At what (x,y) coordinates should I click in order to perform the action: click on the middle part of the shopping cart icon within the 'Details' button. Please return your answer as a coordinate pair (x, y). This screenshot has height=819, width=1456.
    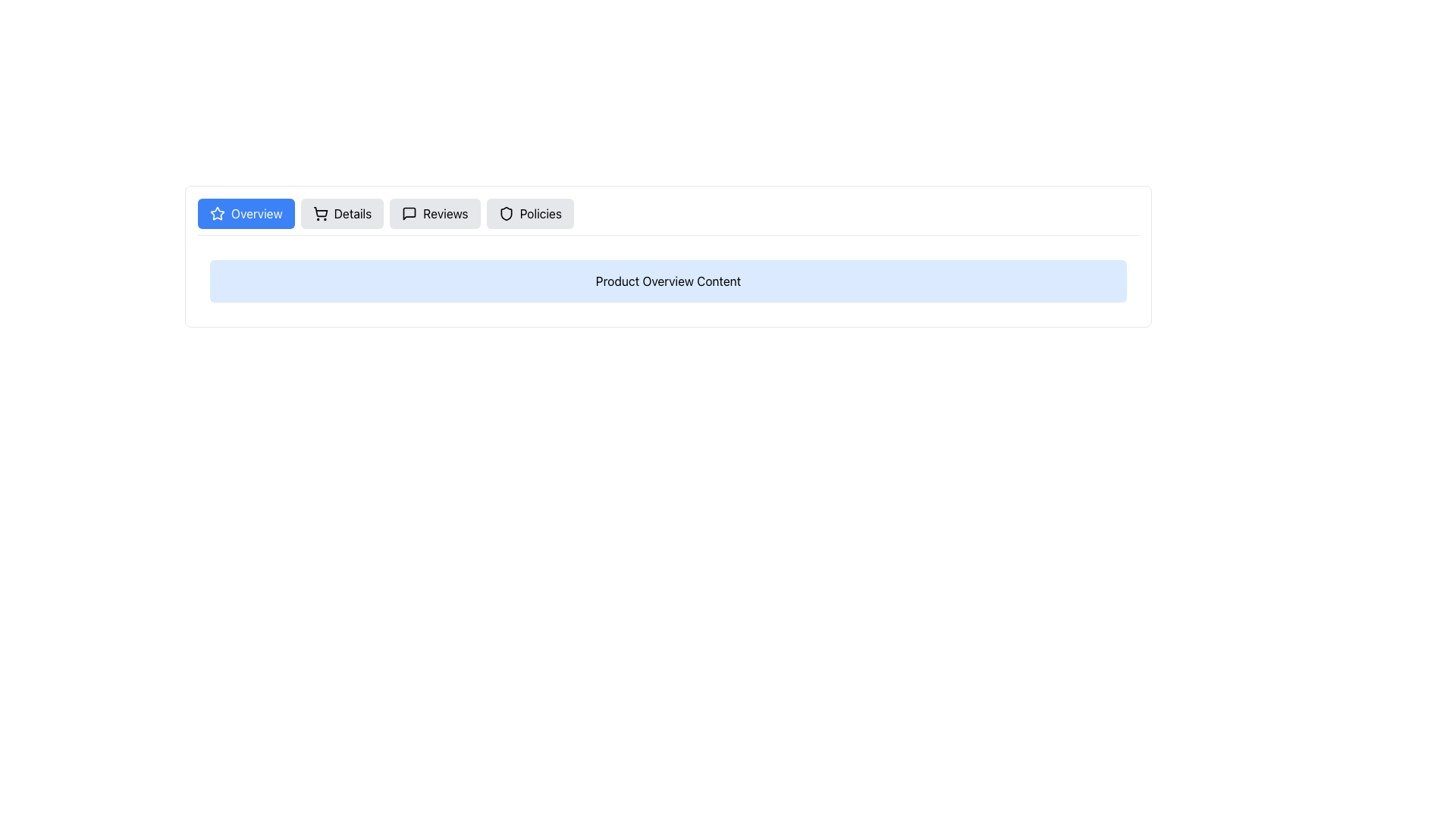
    Looking at the image, I should click on (319, 211).